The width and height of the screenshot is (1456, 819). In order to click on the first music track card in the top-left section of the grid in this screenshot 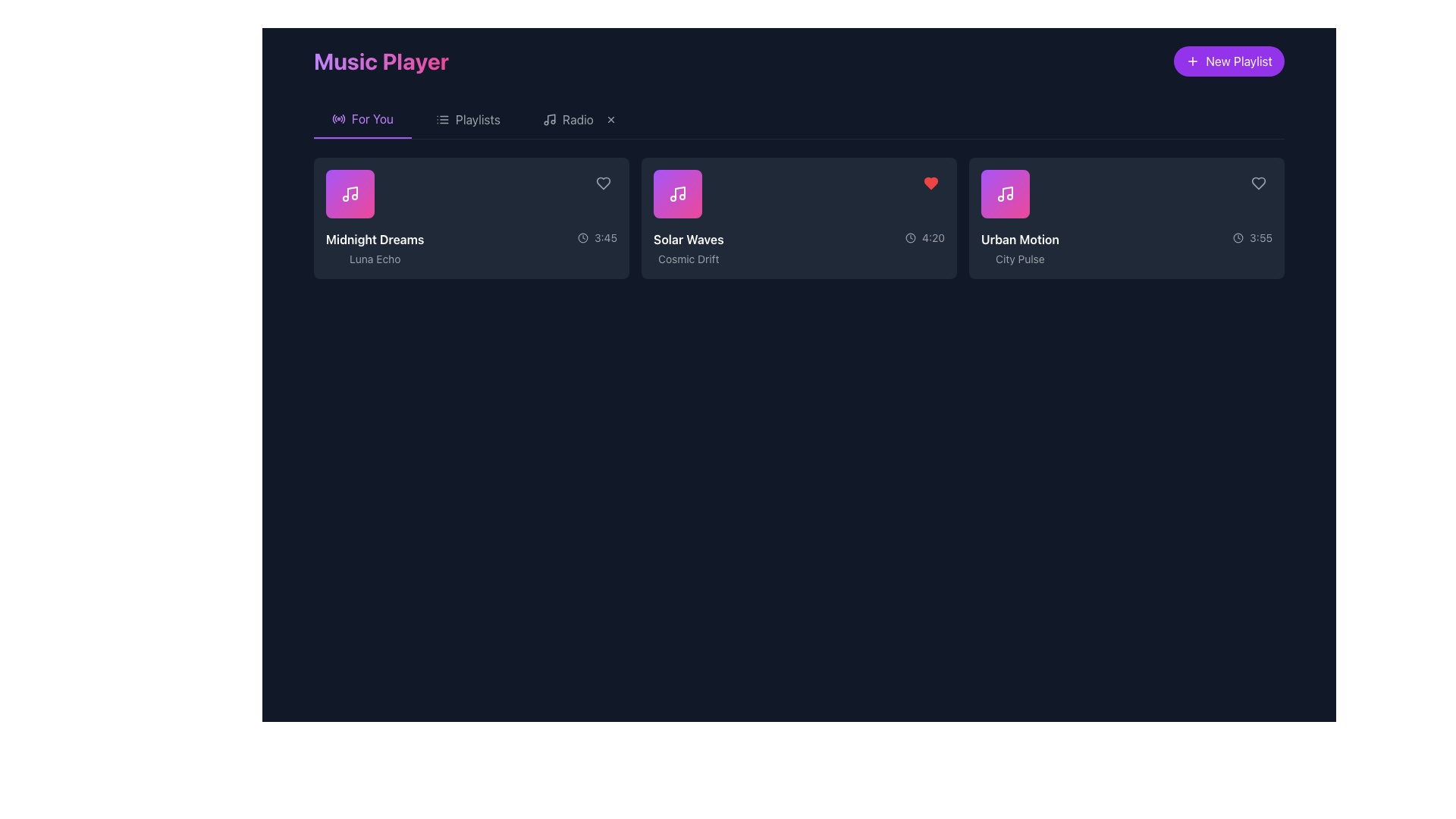, I will do `click(471, 218)`.